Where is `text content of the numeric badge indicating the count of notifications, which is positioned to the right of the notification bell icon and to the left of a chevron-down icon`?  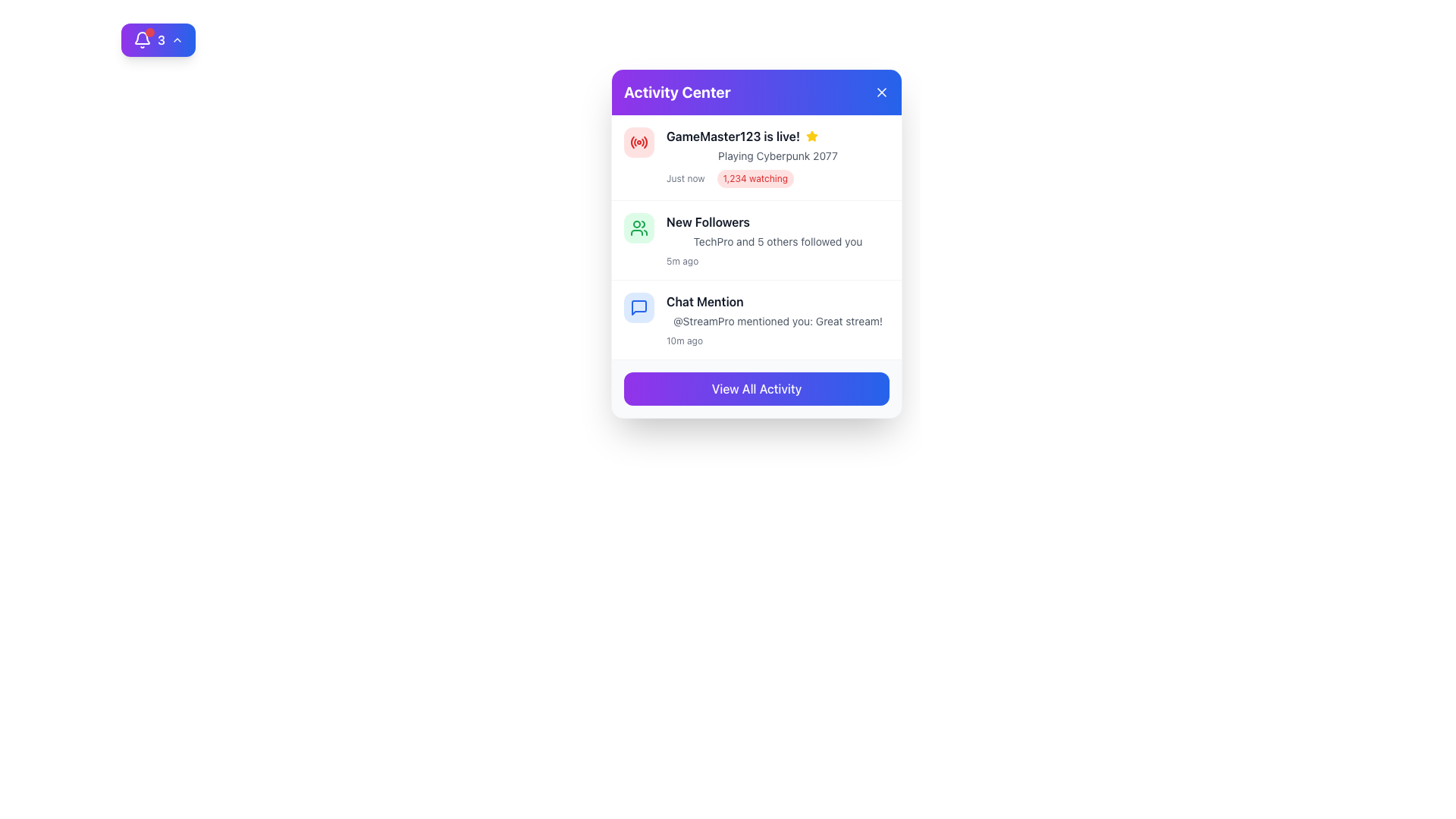 text content of the numeric badge indicating the count of notifications, which is positioned to the right of the notification bell icon and to the left of a chevron-down icon is located at coordinates (162, 39).